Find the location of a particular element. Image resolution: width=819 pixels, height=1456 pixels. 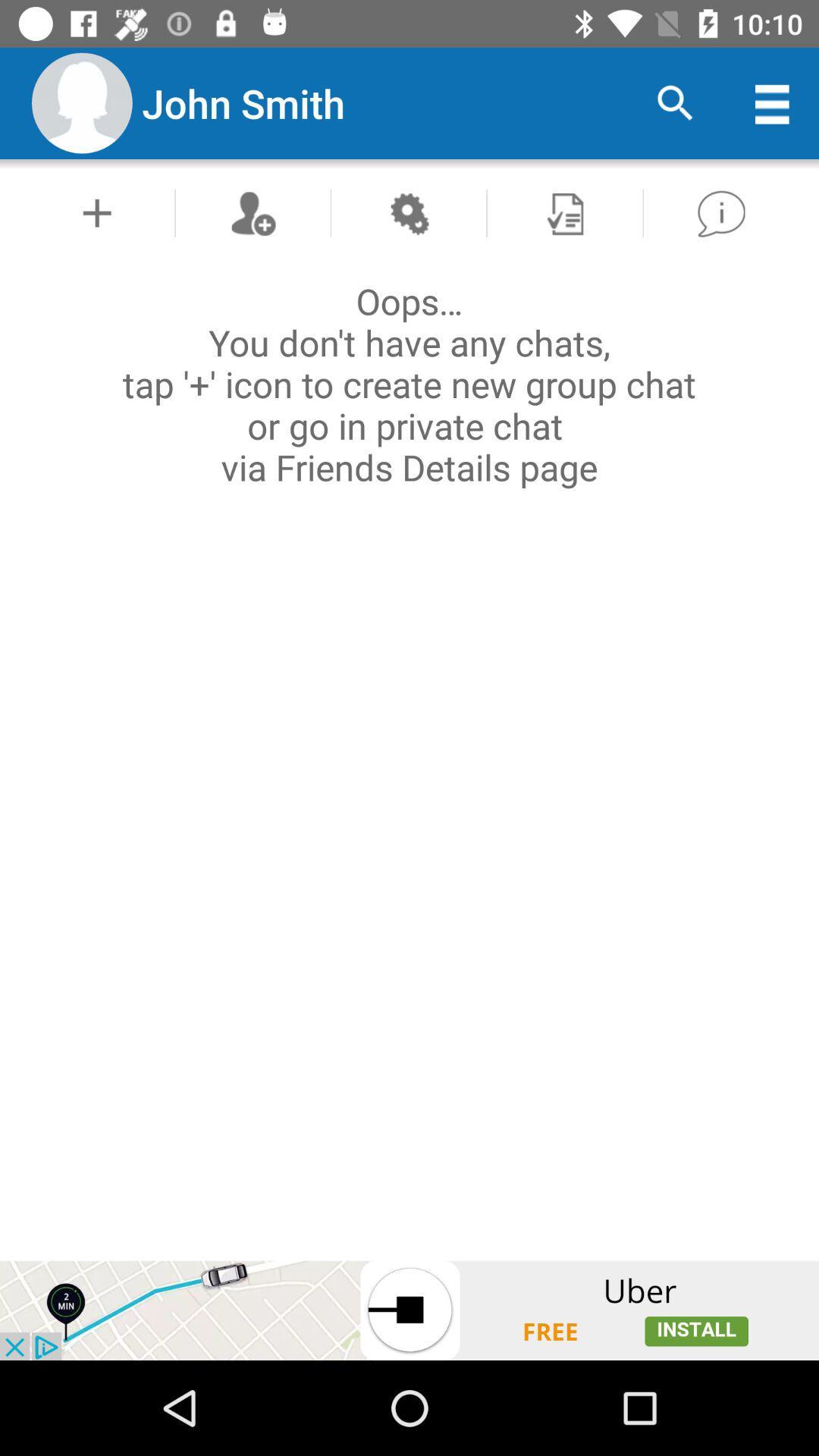

settings button is located at coordinates (408, 212).